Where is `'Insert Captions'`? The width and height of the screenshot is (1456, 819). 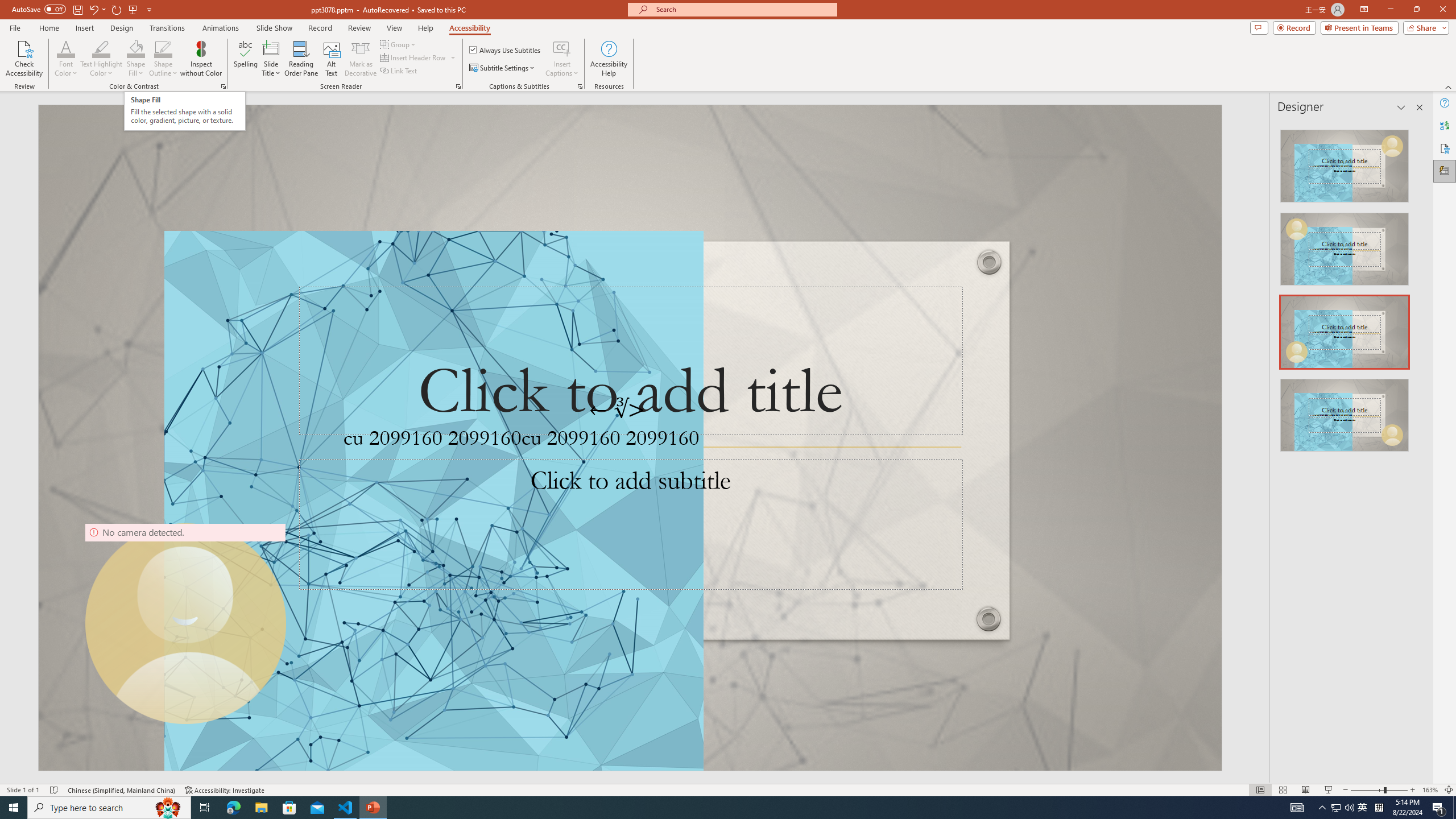 'Insert Captions' is located at coordinates (561, 48).